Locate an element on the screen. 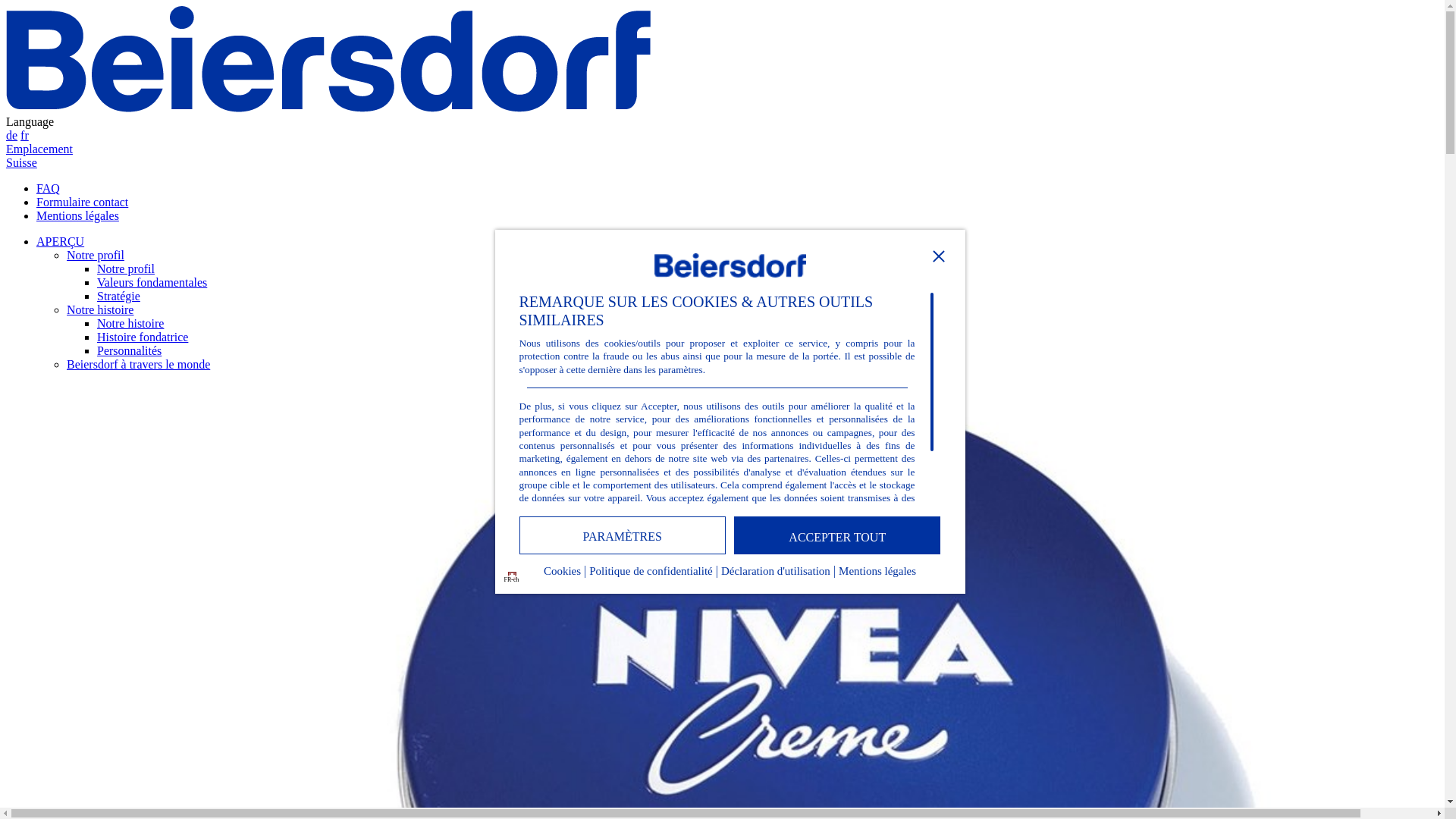 This screenshot has height=819, width=1456. 'Formulaire contact' is located at coordinates (81, 201).